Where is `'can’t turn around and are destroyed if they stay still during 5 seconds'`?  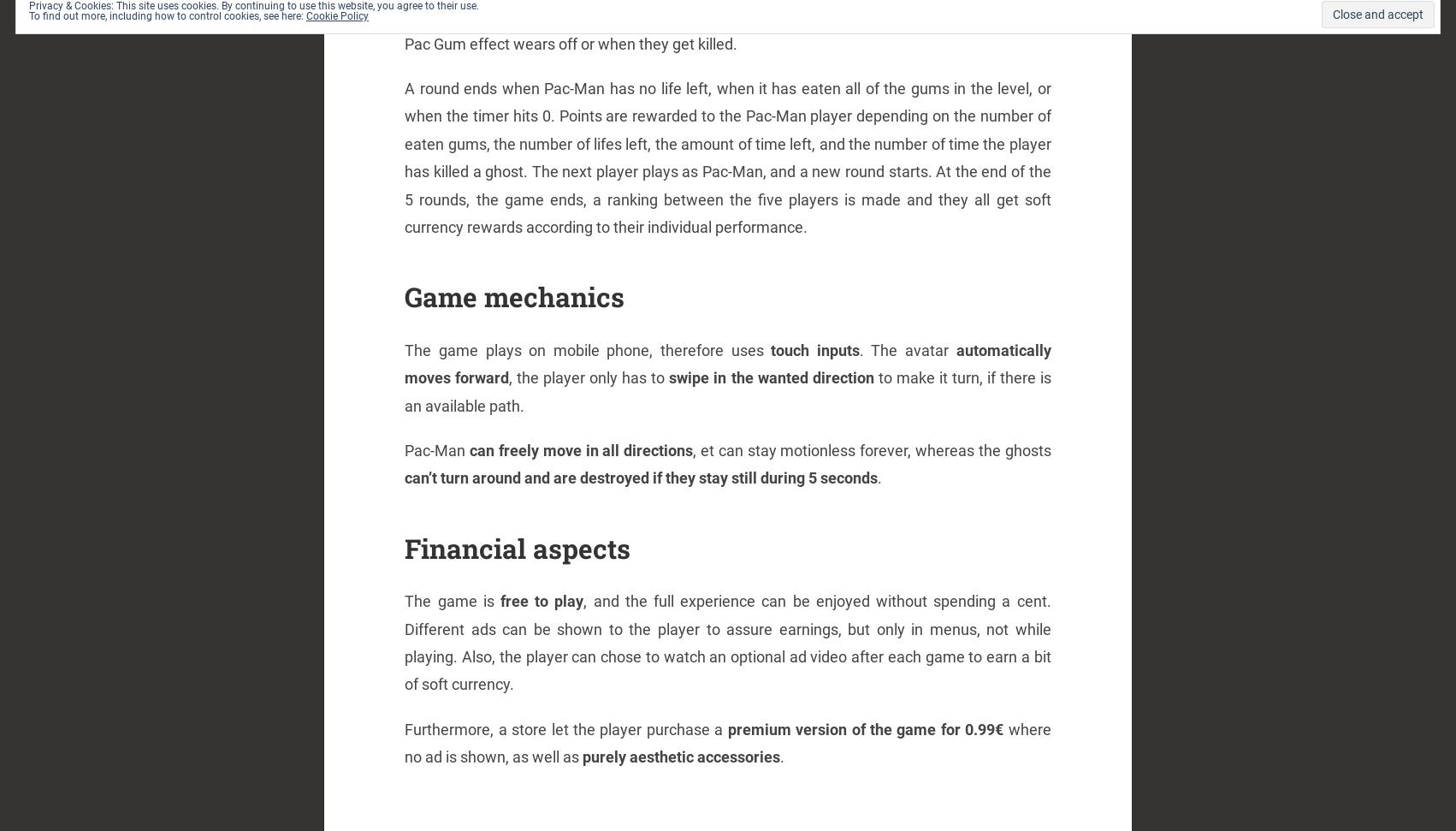
'can’t turn around and are destroyed if they stay still during 5 seconds' is located at coordinates (640, 478).